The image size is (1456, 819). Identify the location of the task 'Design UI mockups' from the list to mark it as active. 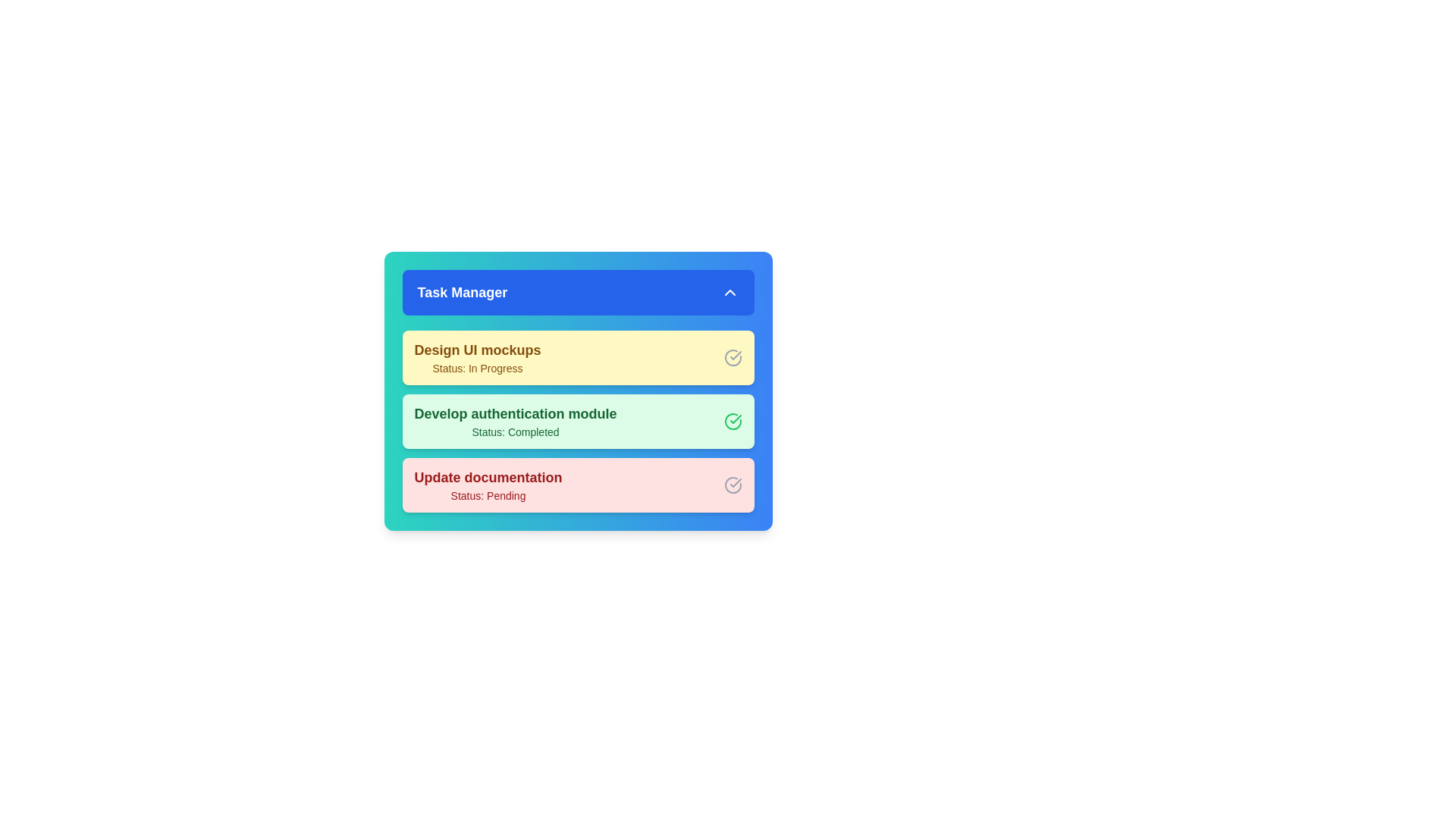
(476, 357).